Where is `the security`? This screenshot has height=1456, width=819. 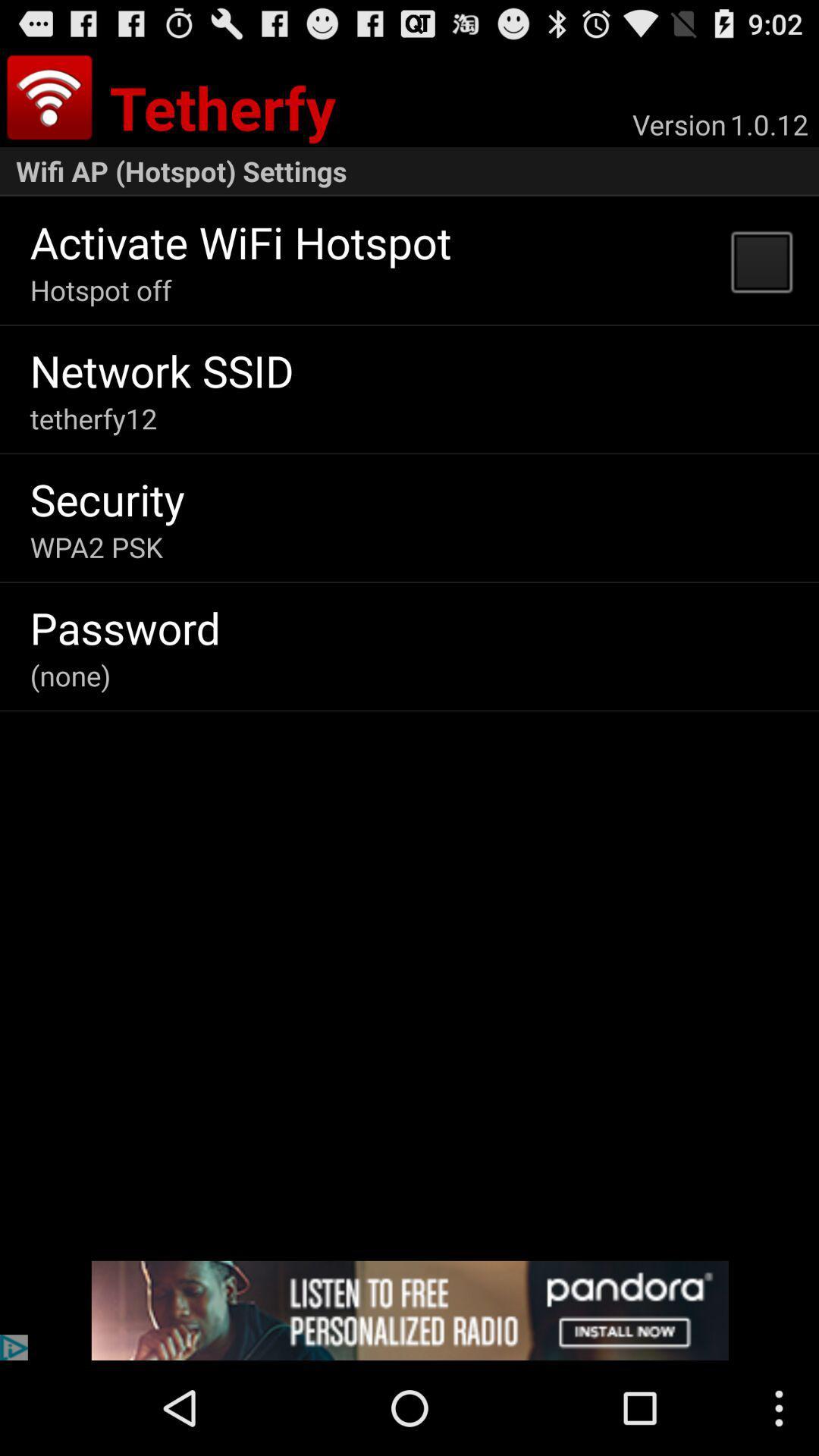
the security is located at coordinates (106, 499).